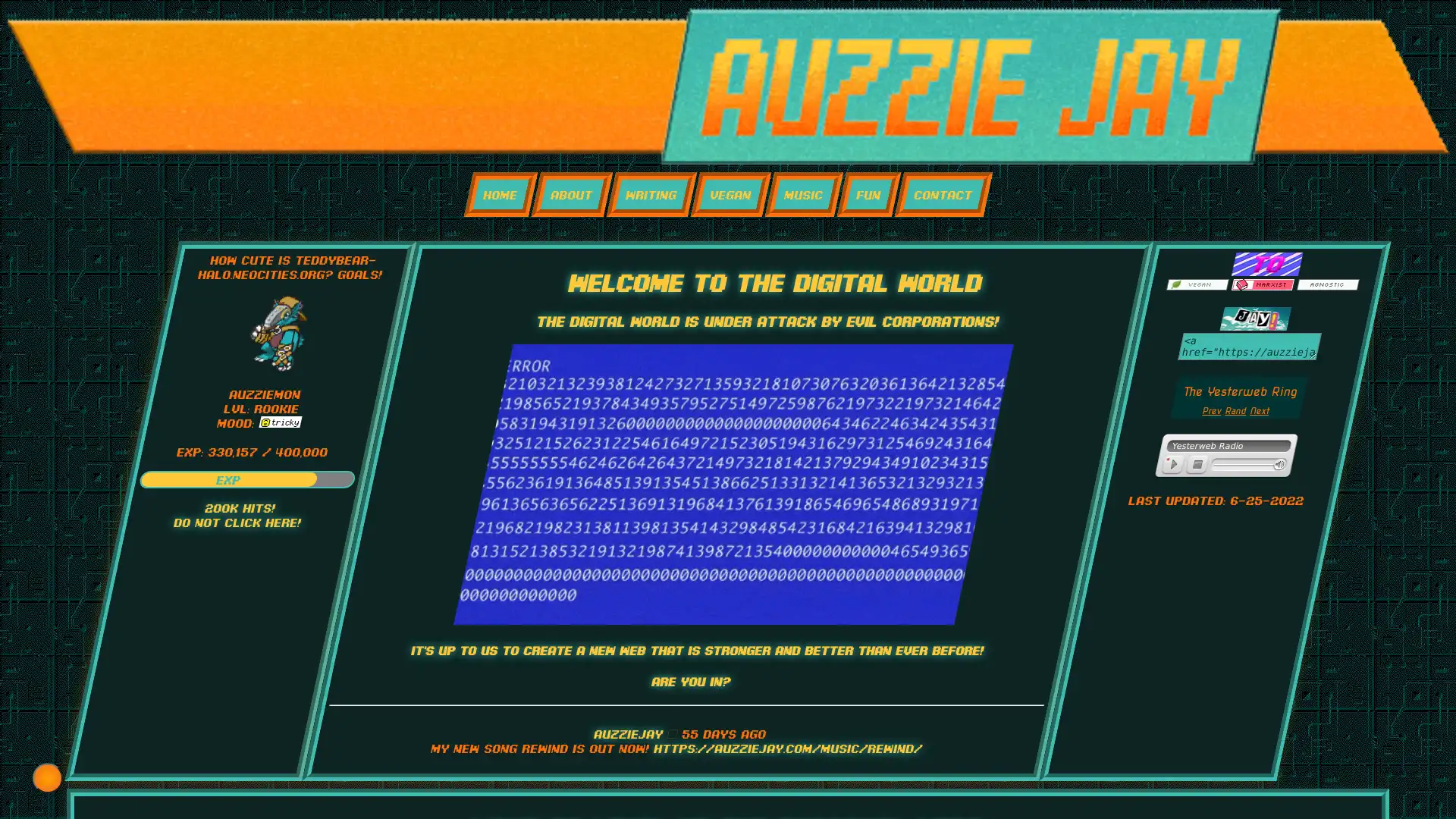  Describe the element at coordinates (868, 193) in the screenshot. I see `FUN` at that location.